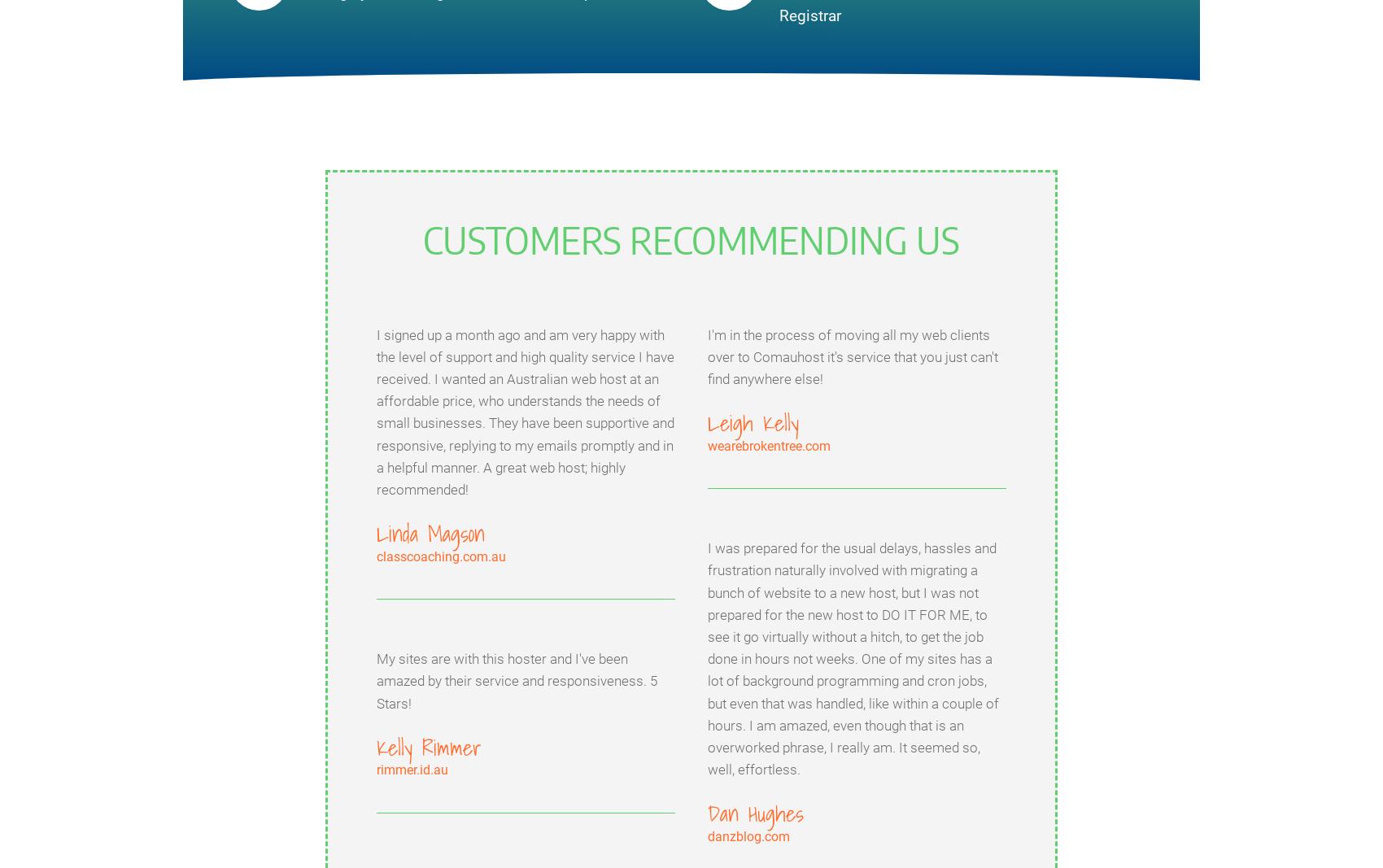 The width and height of the screenshot is (1383, 868). What do you see at coordinates (377, 556) in the screenshot?
I see `'classcoaching.com.au'` at bounding box center [377, 556].